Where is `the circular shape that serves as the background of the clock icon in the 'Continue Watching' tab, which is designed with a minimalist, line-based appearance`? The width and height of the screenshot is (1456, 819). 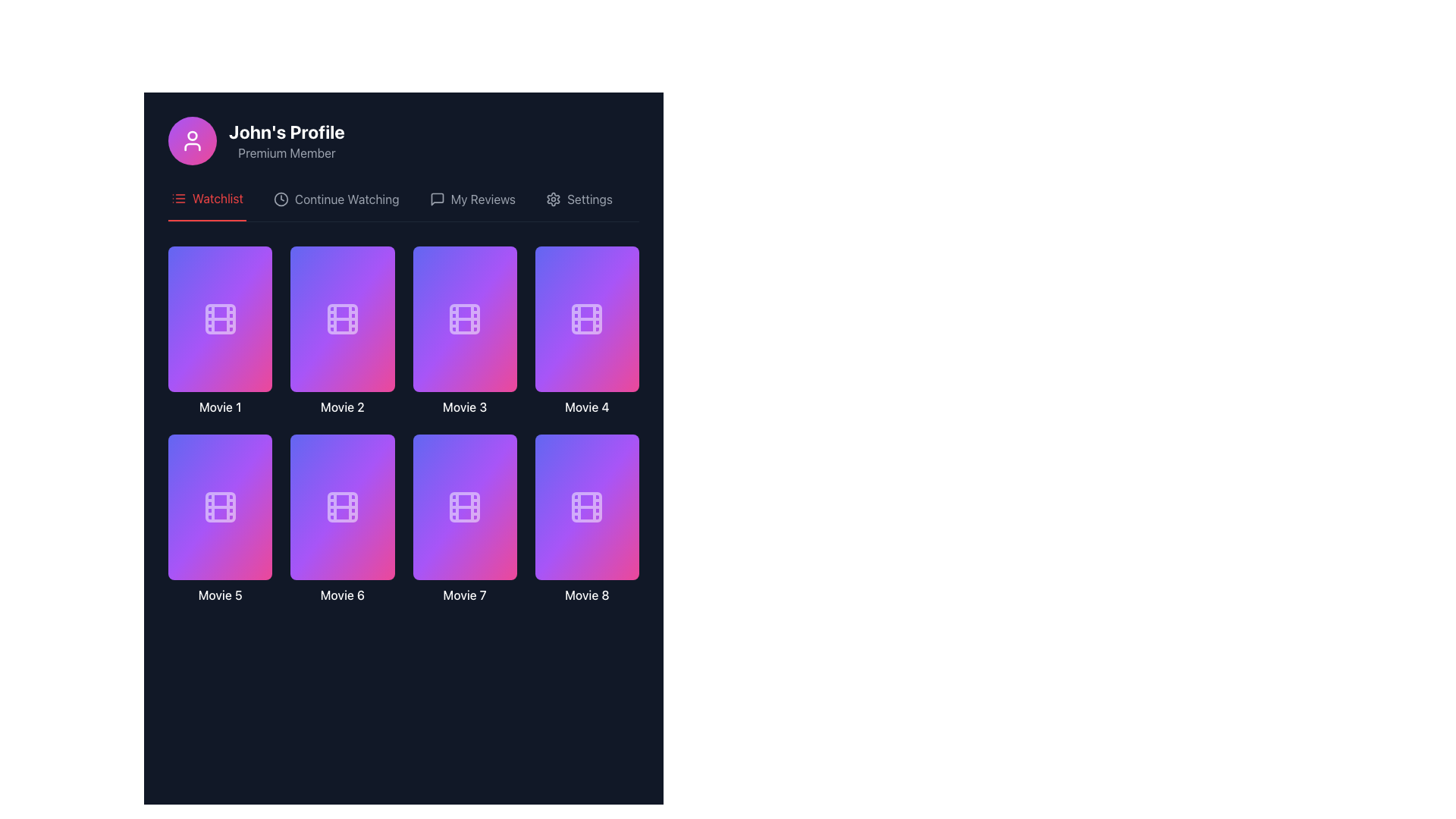 the circular shape that serves as the background of the clock icon in the 'Continue Watching' tab, which is designed with a minimalist, line-based appearance is located at coordinates (281, 198).